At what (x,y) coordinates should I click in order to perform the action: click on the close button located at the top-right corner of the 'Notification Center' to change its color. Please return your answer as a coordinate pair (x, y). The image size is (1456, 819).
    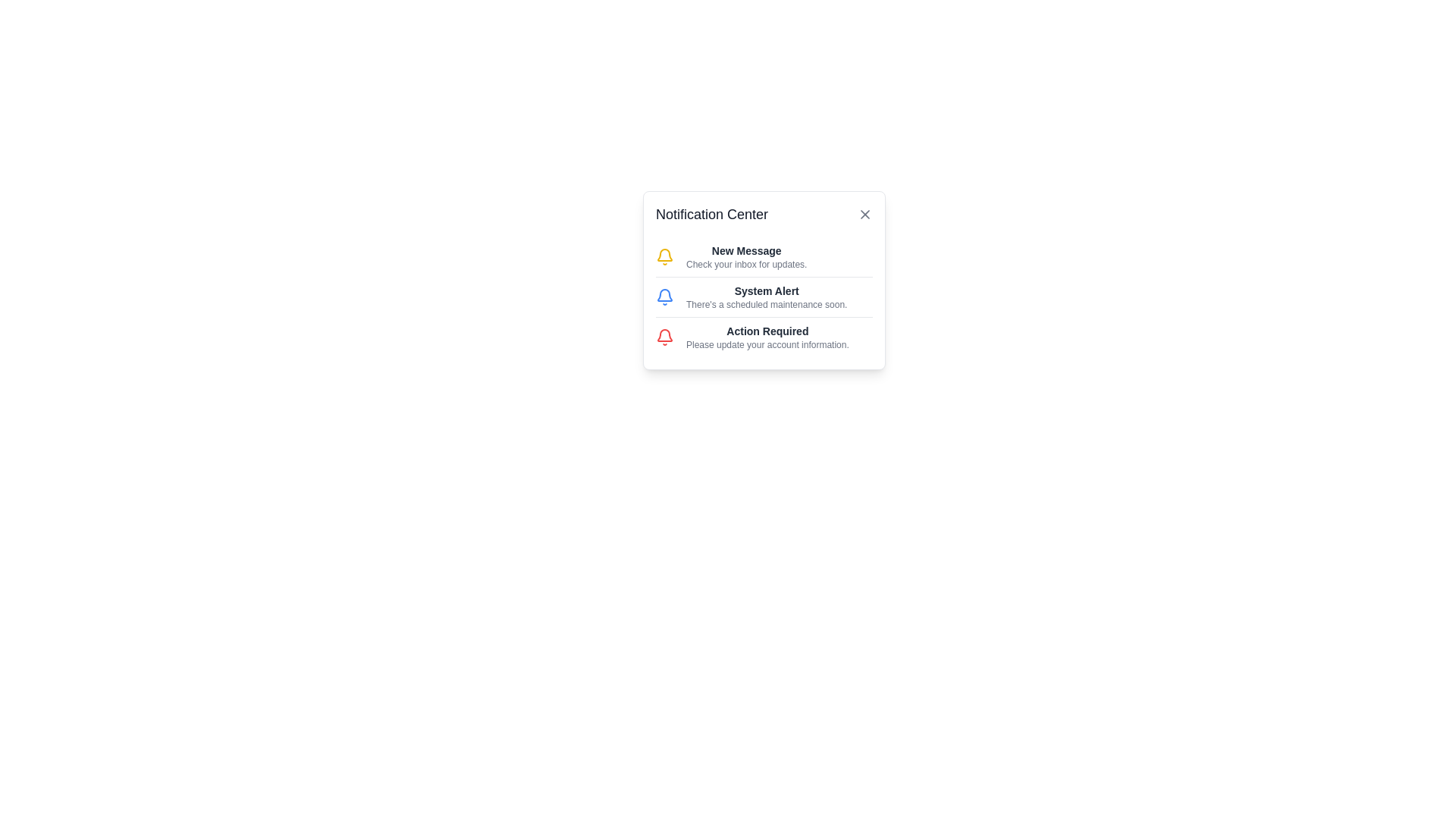
    Looking at the image, I should click on (865, 214).